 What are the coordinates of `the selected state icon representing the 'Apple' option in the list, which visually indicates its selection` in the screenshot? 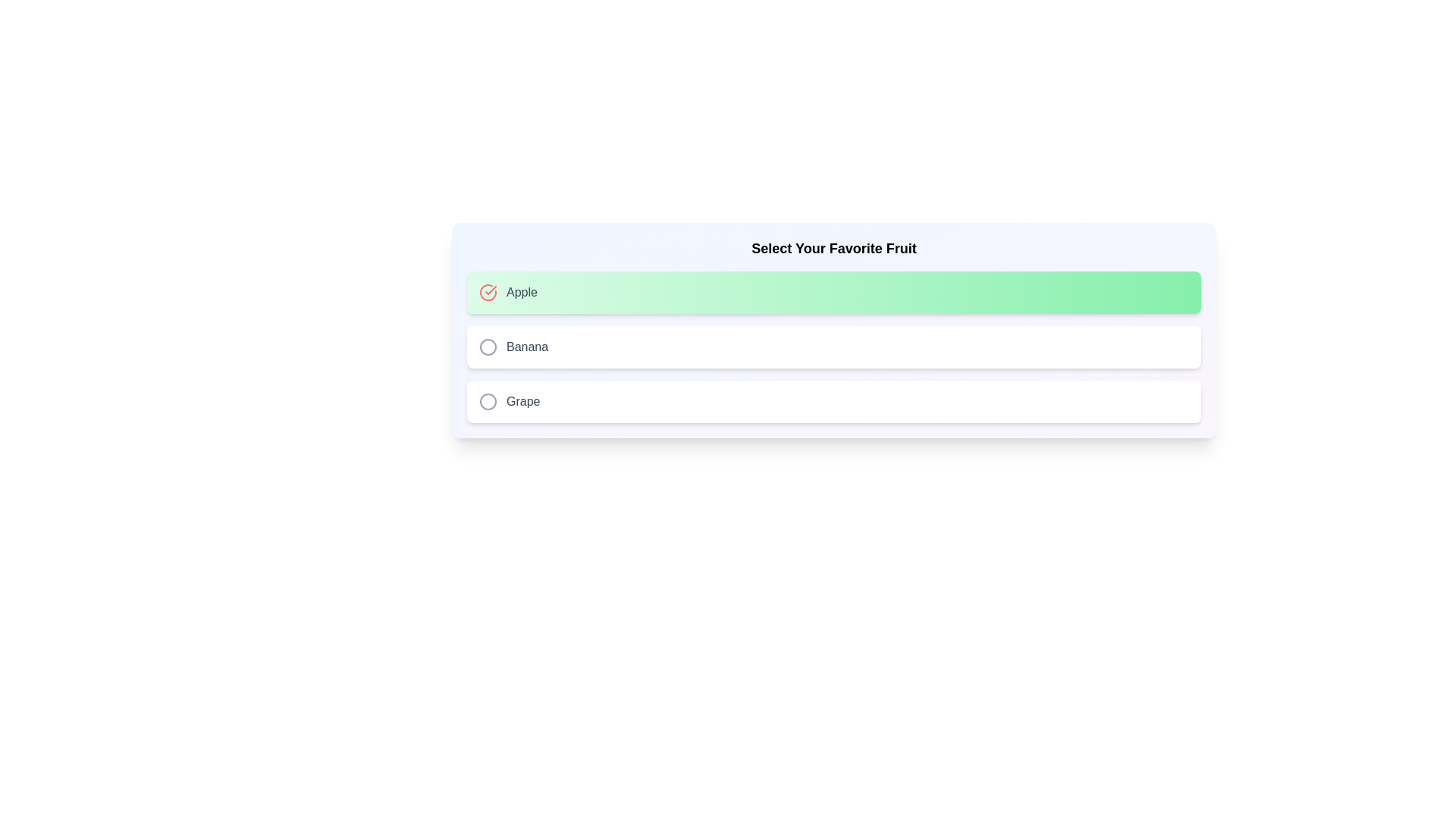 It's located at (488, 292).